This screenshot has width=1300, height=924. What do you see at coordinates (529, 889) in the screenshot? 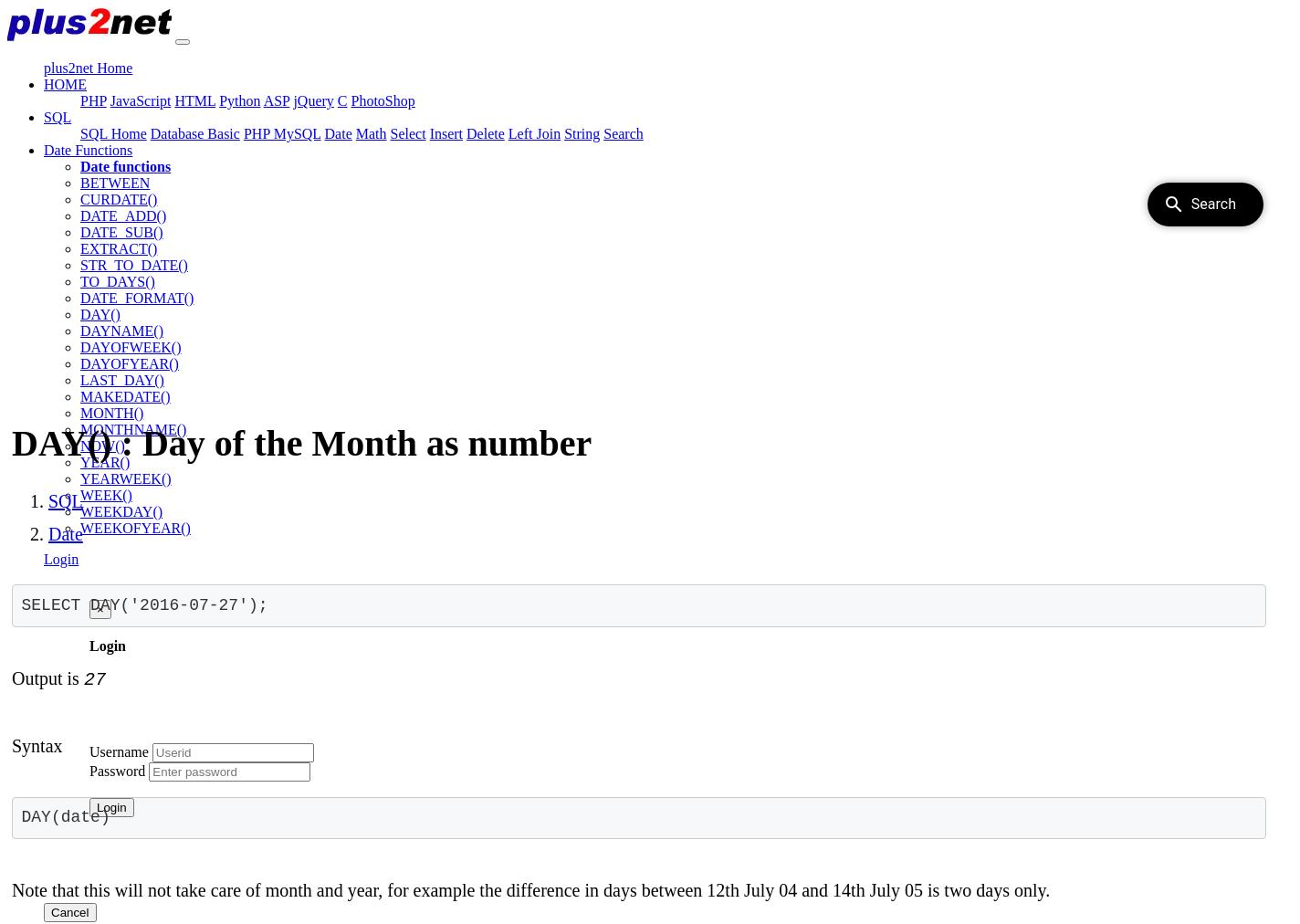
I see `'Note that this will not take care of month and year, for example the difference in days between 12th July 04 and 14th July 05 is two days only.'` at bounding box center [529, 889].